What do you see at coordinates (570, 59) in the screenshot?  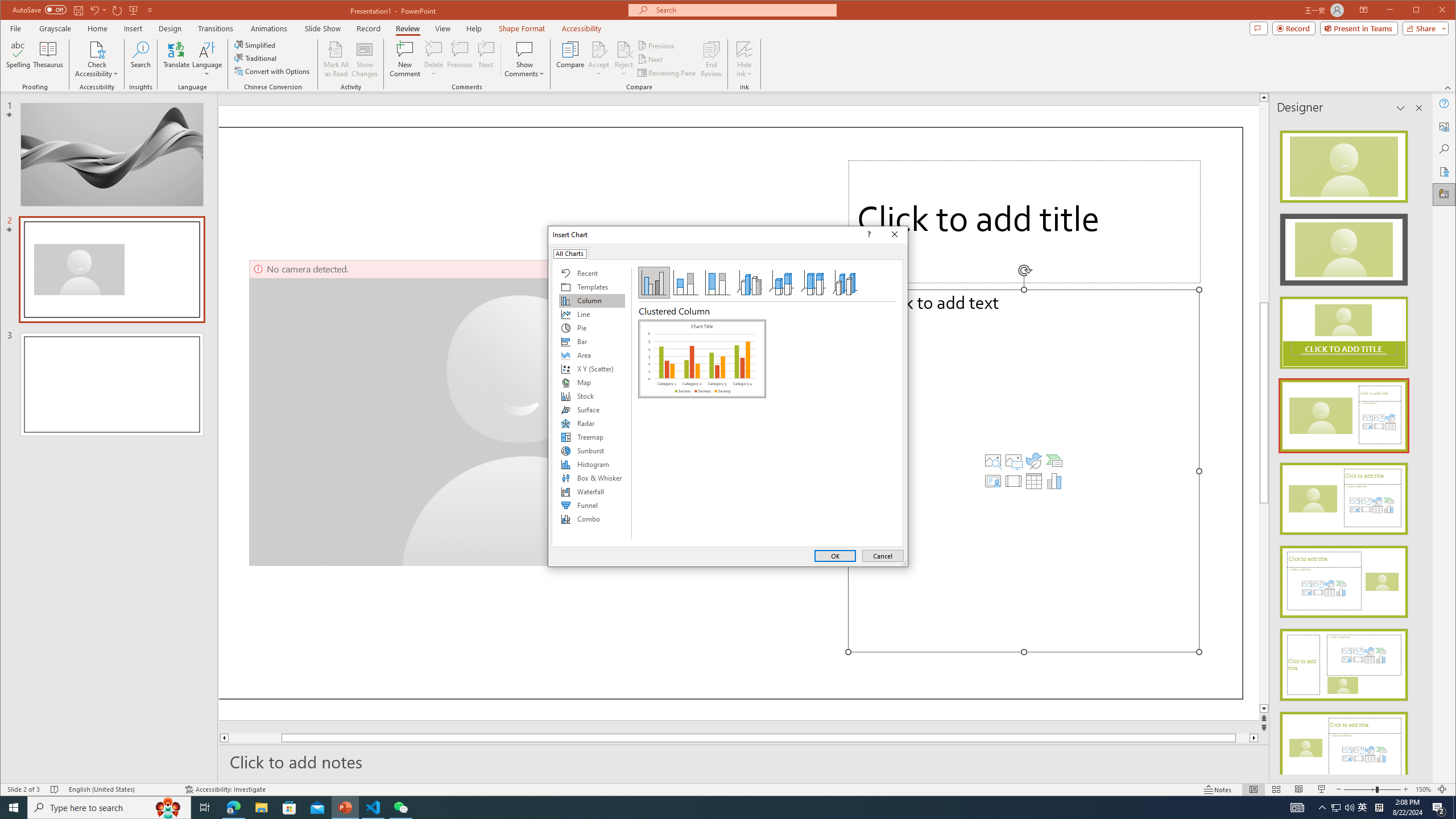 I see `'Compare'` at bounding box center [570, 59].